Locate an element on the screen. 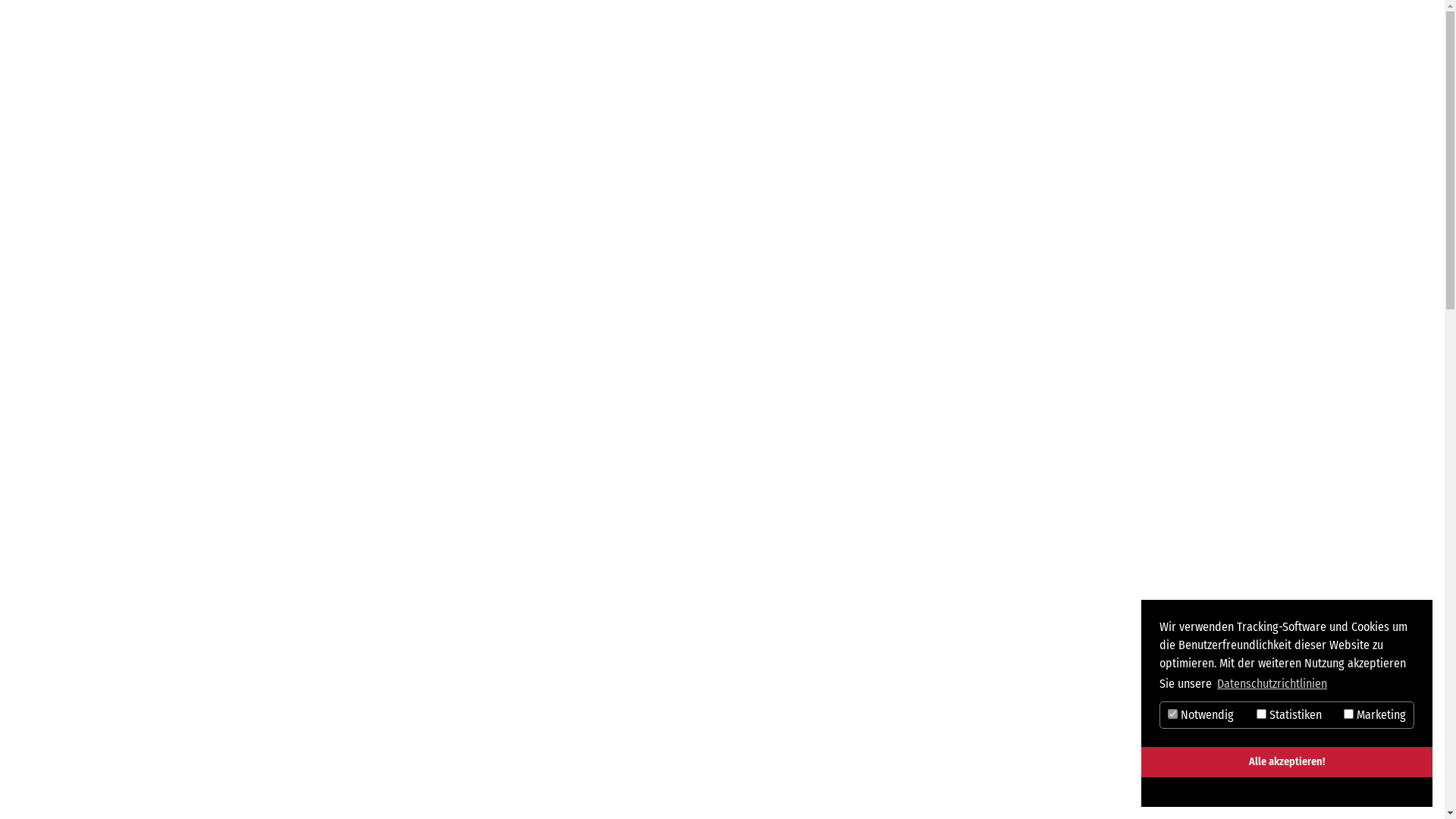 The height and width of the screenshot is (819, 1456). 'Alle akzeptieren!' is located at coordinates (1286, 762).